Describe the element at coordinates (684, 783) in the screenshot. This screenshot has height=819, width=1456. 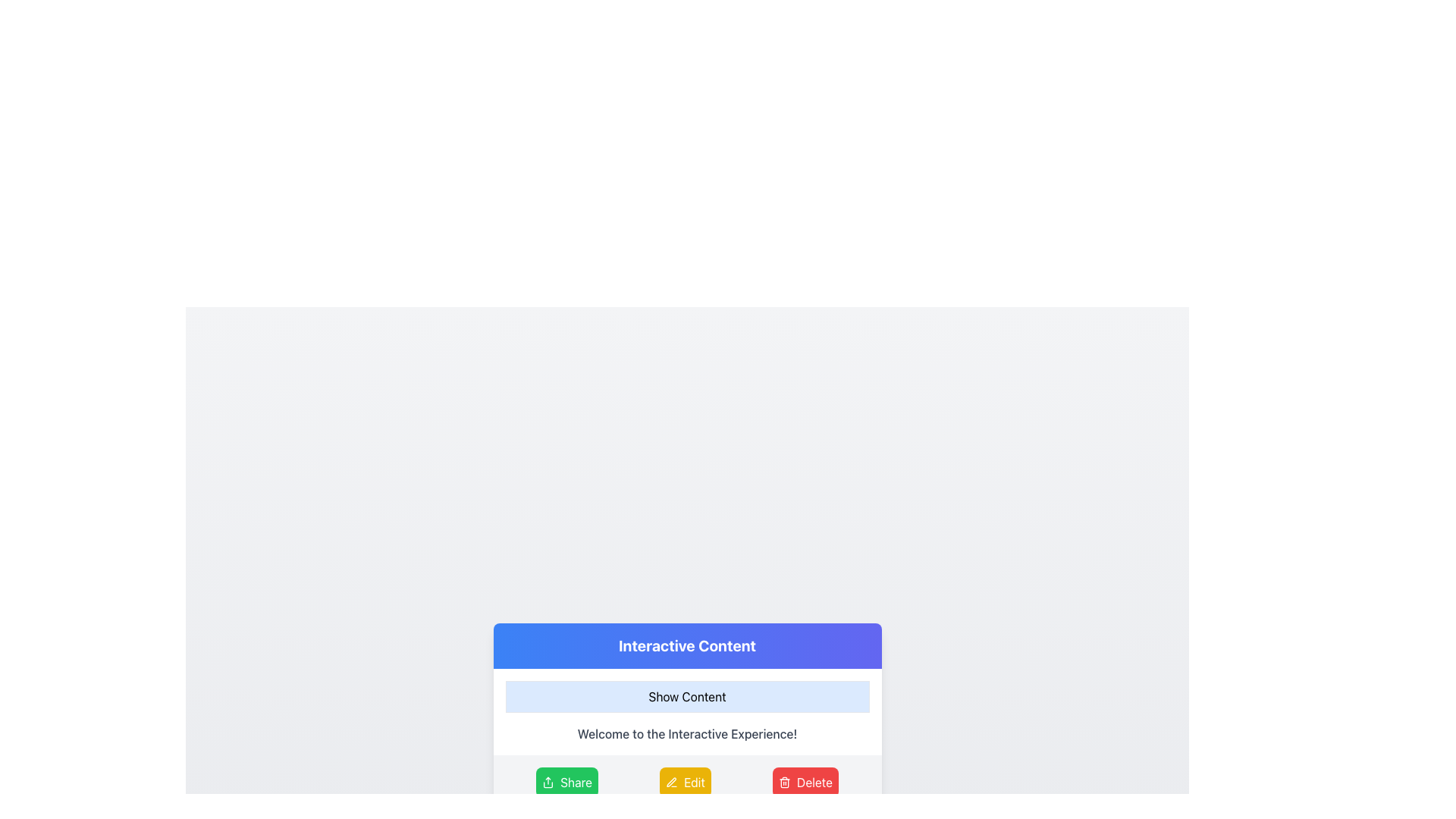
I see `the second button in a row of three, located between the 'Share' and 'Delete' buttons` at that location.